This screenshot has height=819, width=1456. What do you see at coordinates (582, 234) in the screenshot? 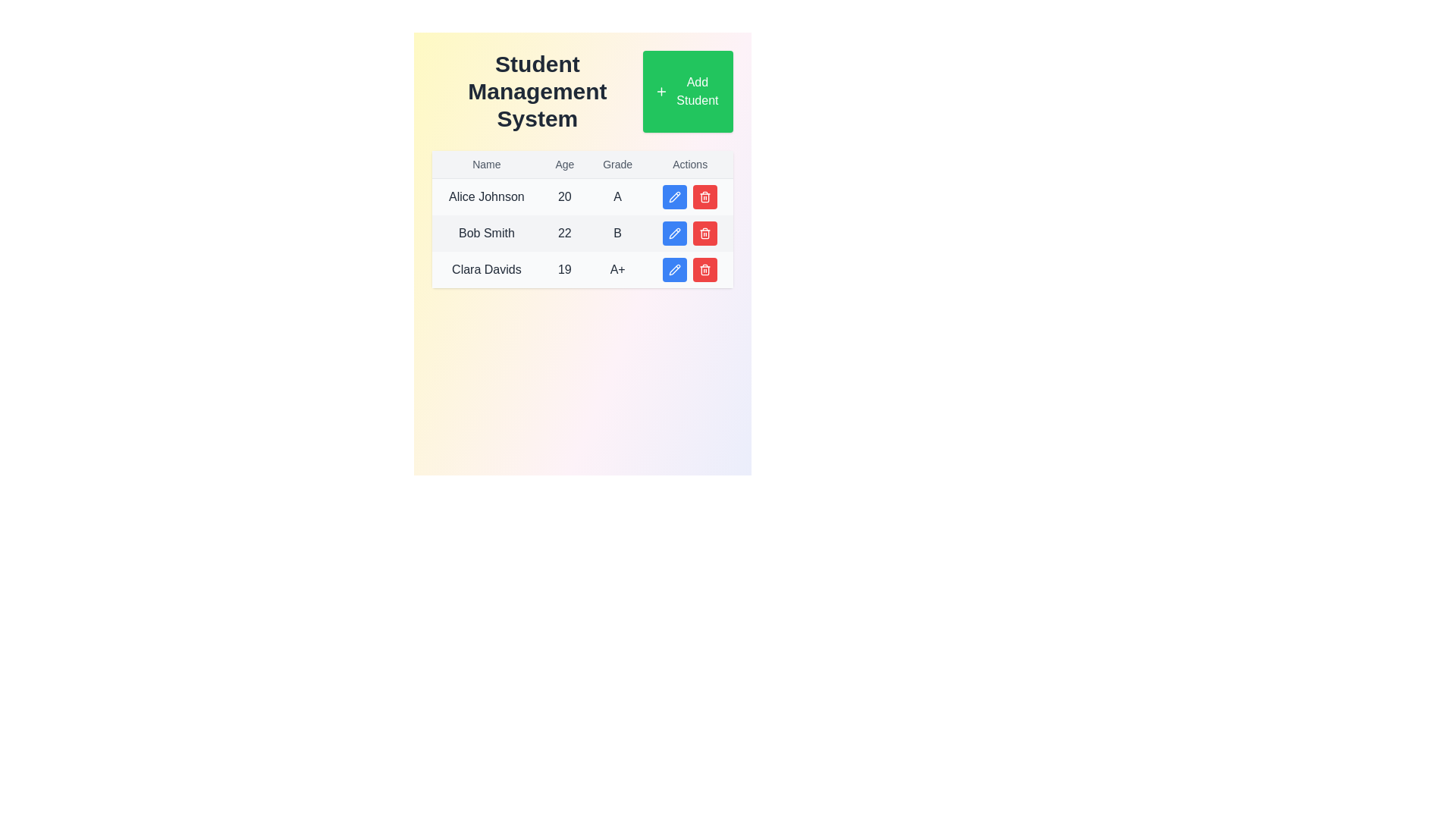
I see `the second row of the data table that presents the personal information of 'Bob Smith' to trigger further details view` at bounding box center [582, 234].